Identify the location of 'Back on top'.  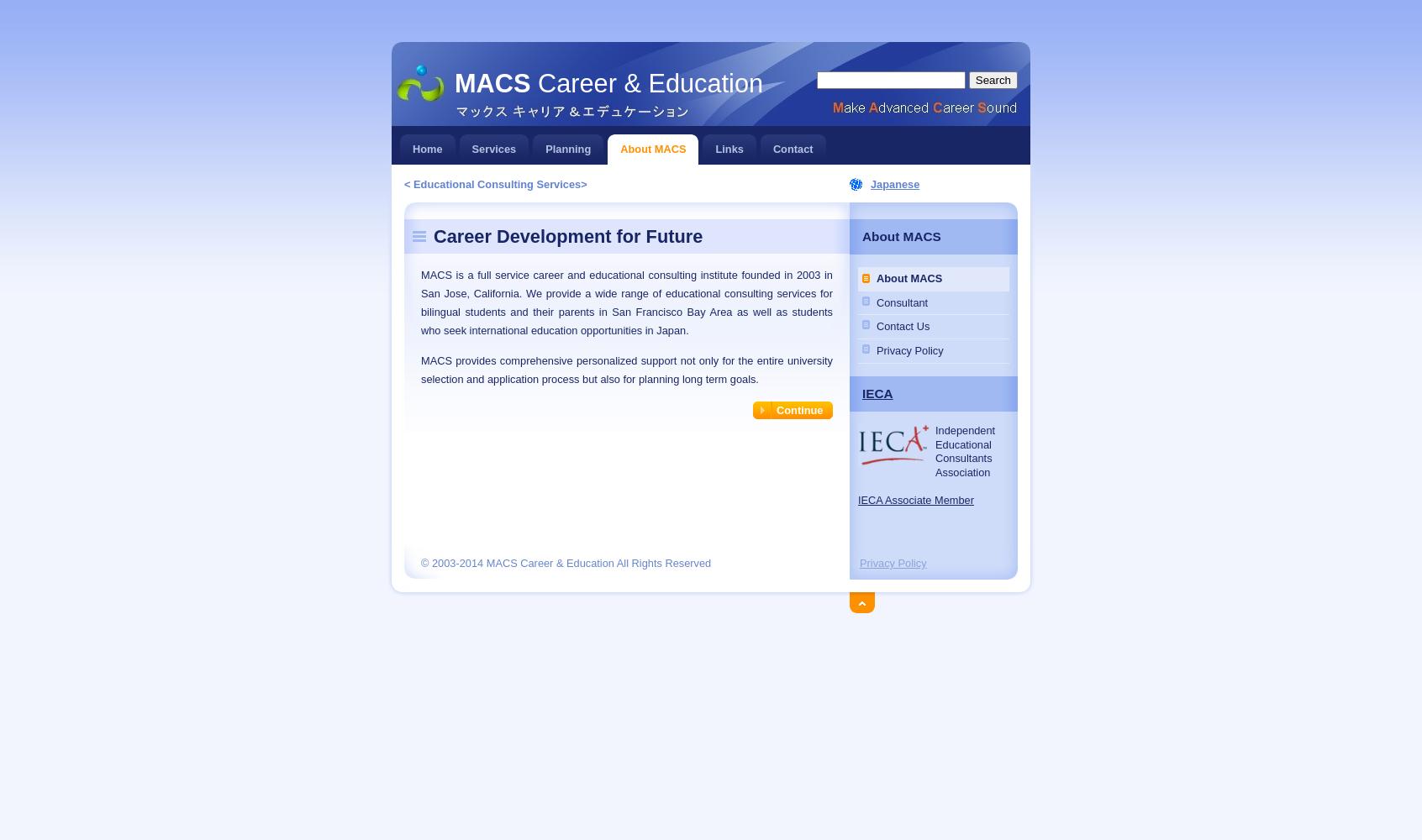
(861, 617).